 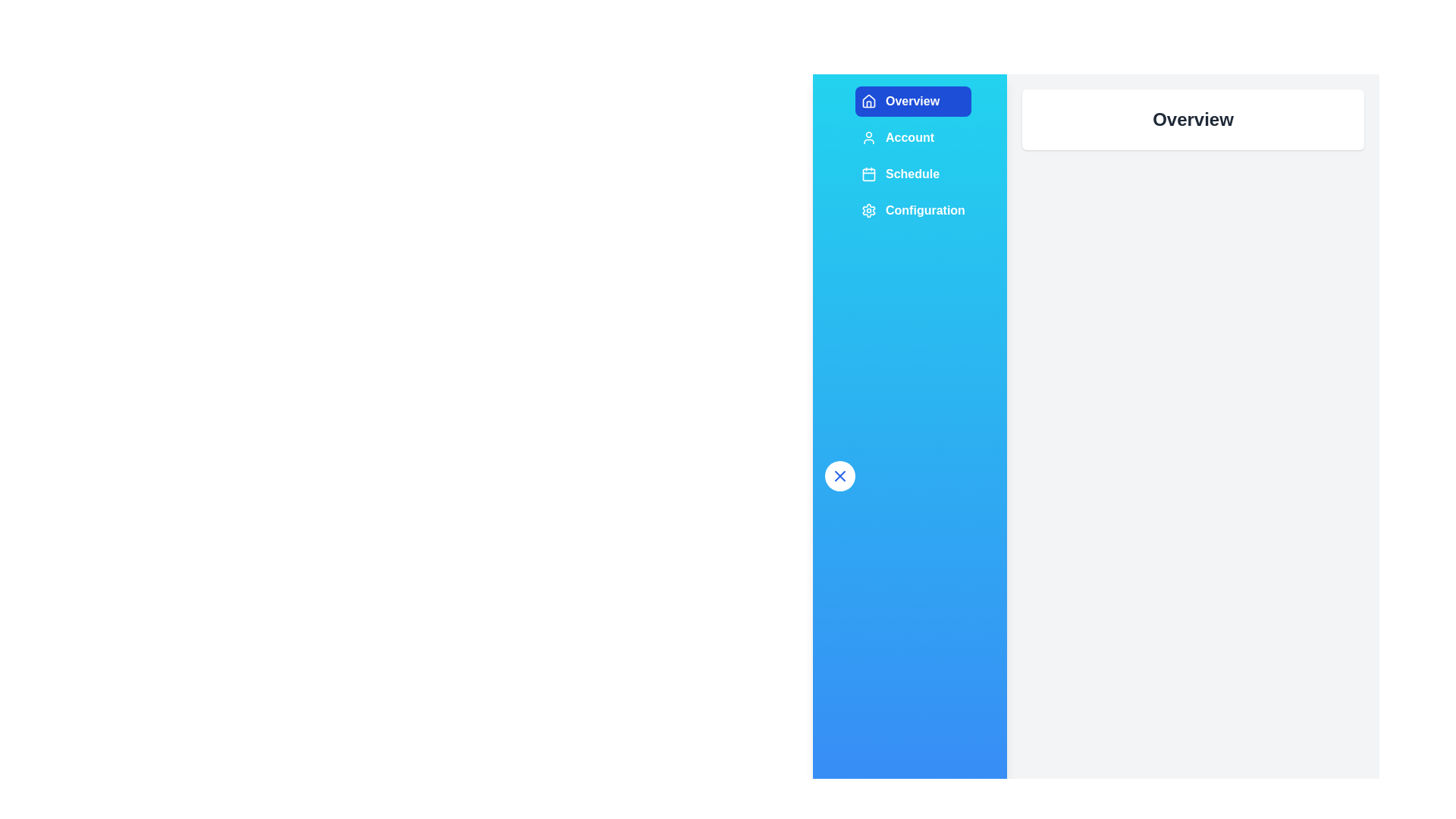 What do you see at coordinates (912, 174) in the screenshot?
I see `the section Schedule in the sidebar` at bounding box center [912, 174].